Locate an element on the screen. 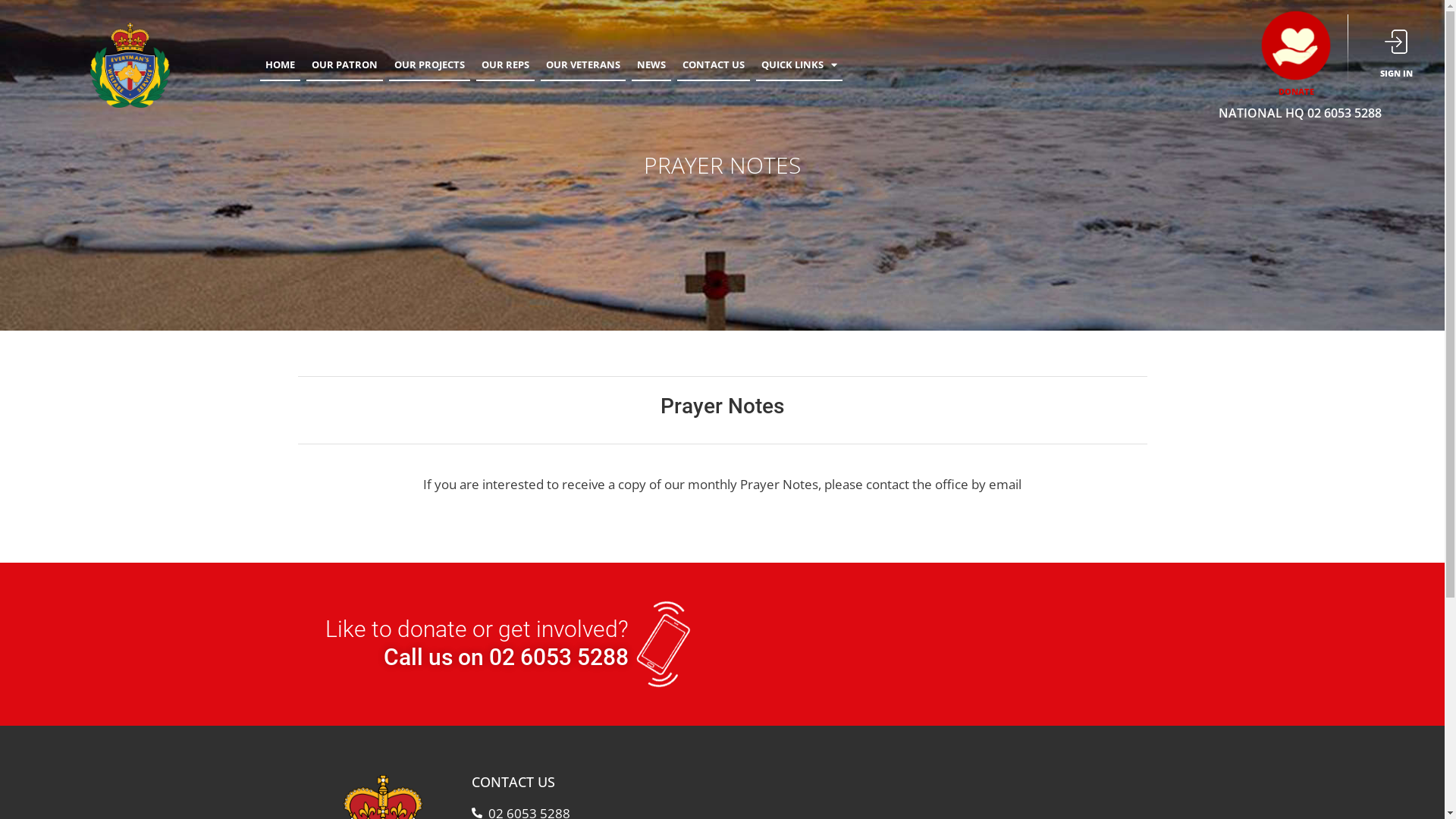  'OUR PATRON' is located at coordinates (344, 64).